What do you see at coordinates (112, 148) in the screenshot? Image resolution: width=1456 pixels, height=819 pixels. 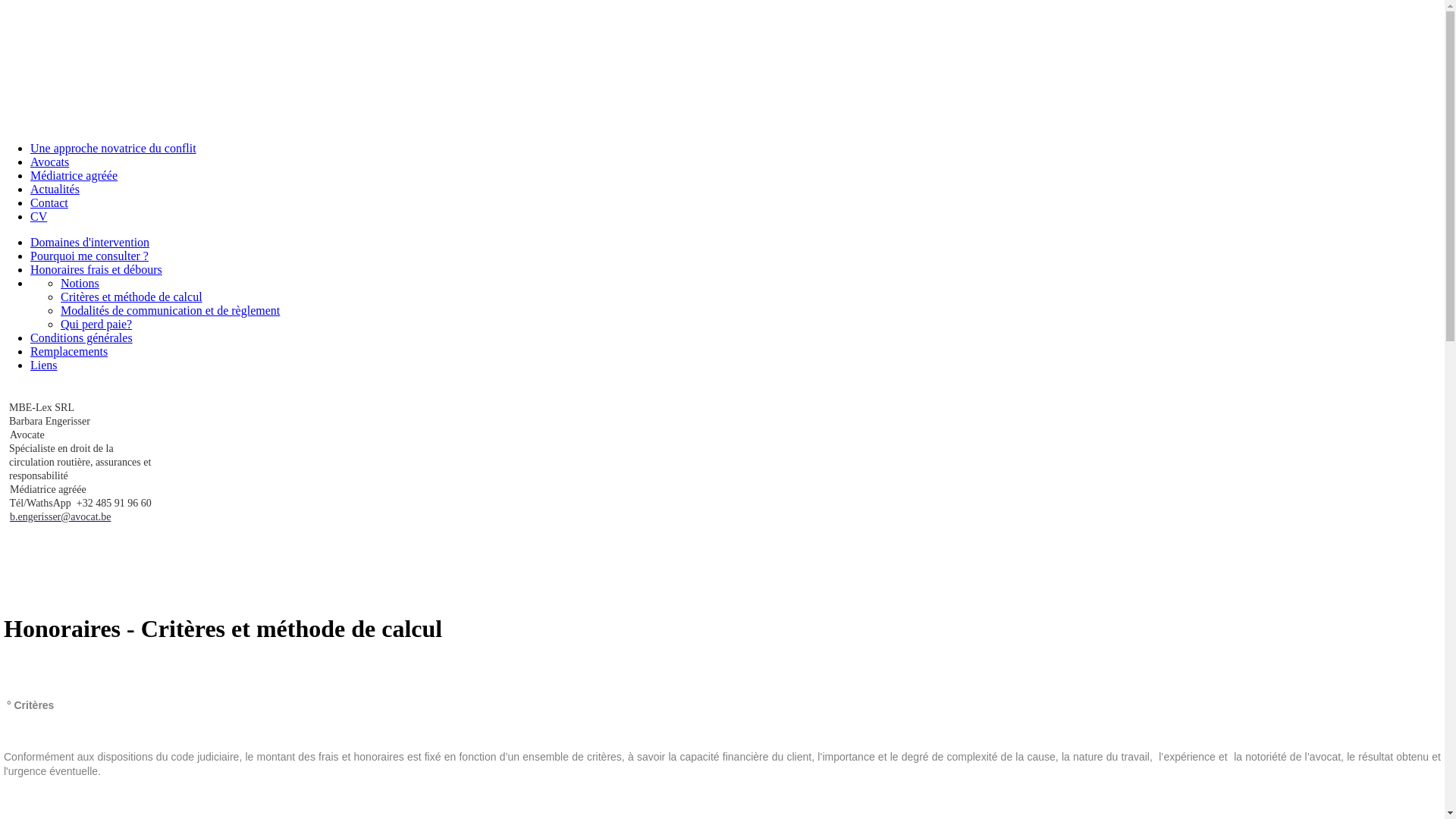 I see `'Une approche novatrice du conflit'` at bounding box center [112, 148].